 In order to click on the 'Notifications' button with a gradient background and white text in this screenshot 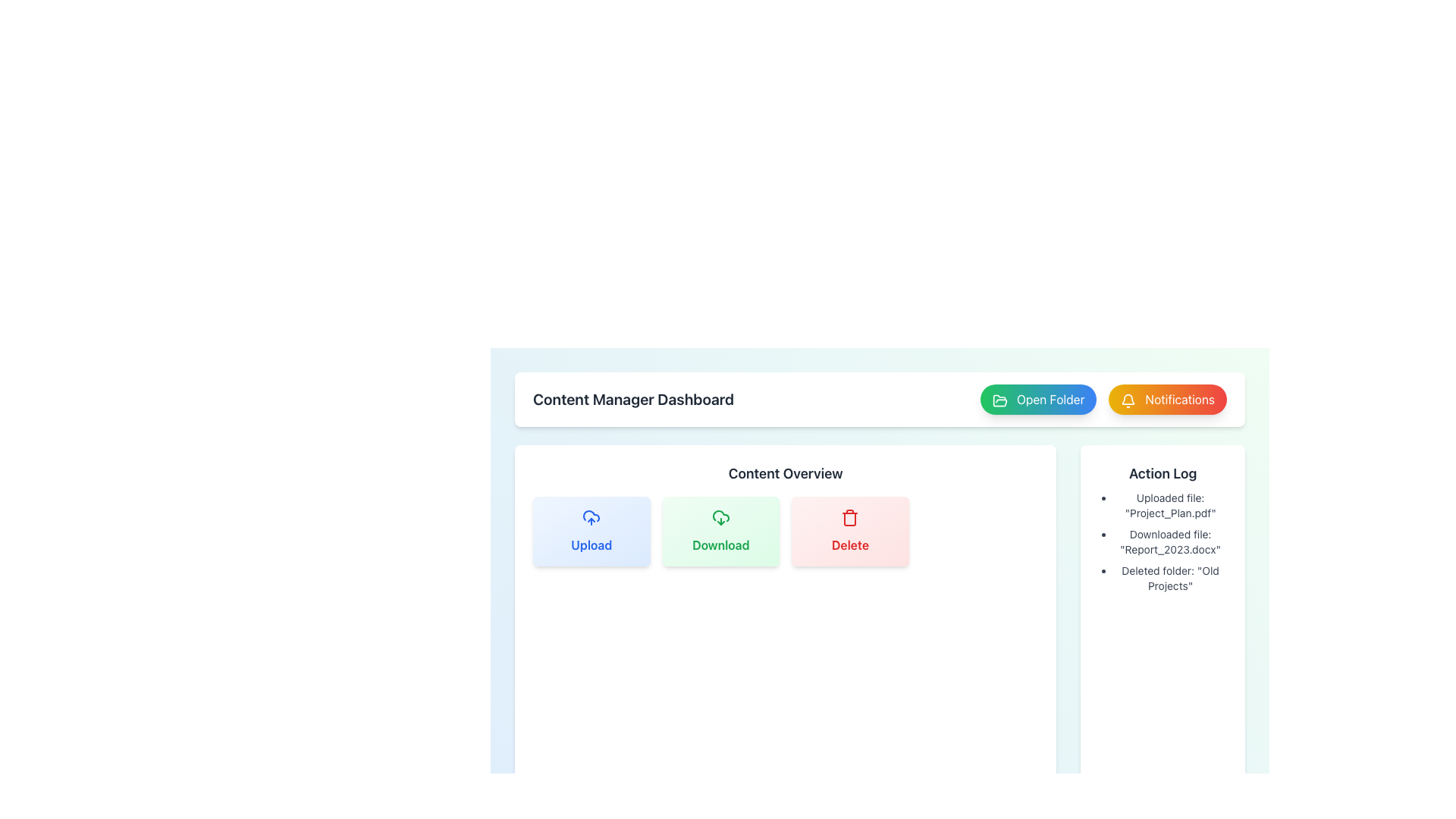, I will do `click(1167, 399)`.